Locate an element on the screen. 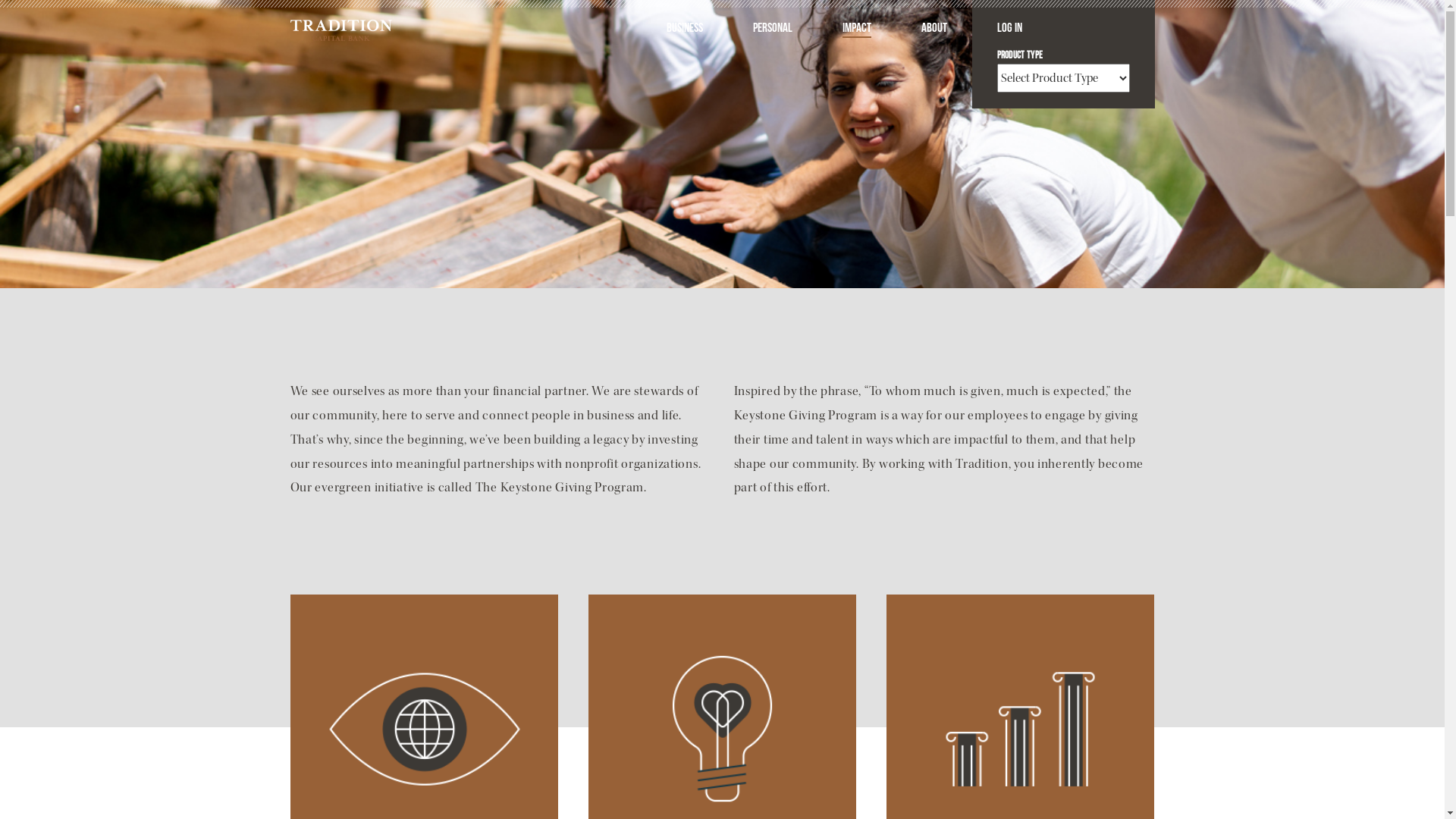 This screenshot has height=819, width=1456. 'Personal' is located at coordinates (752, 29).